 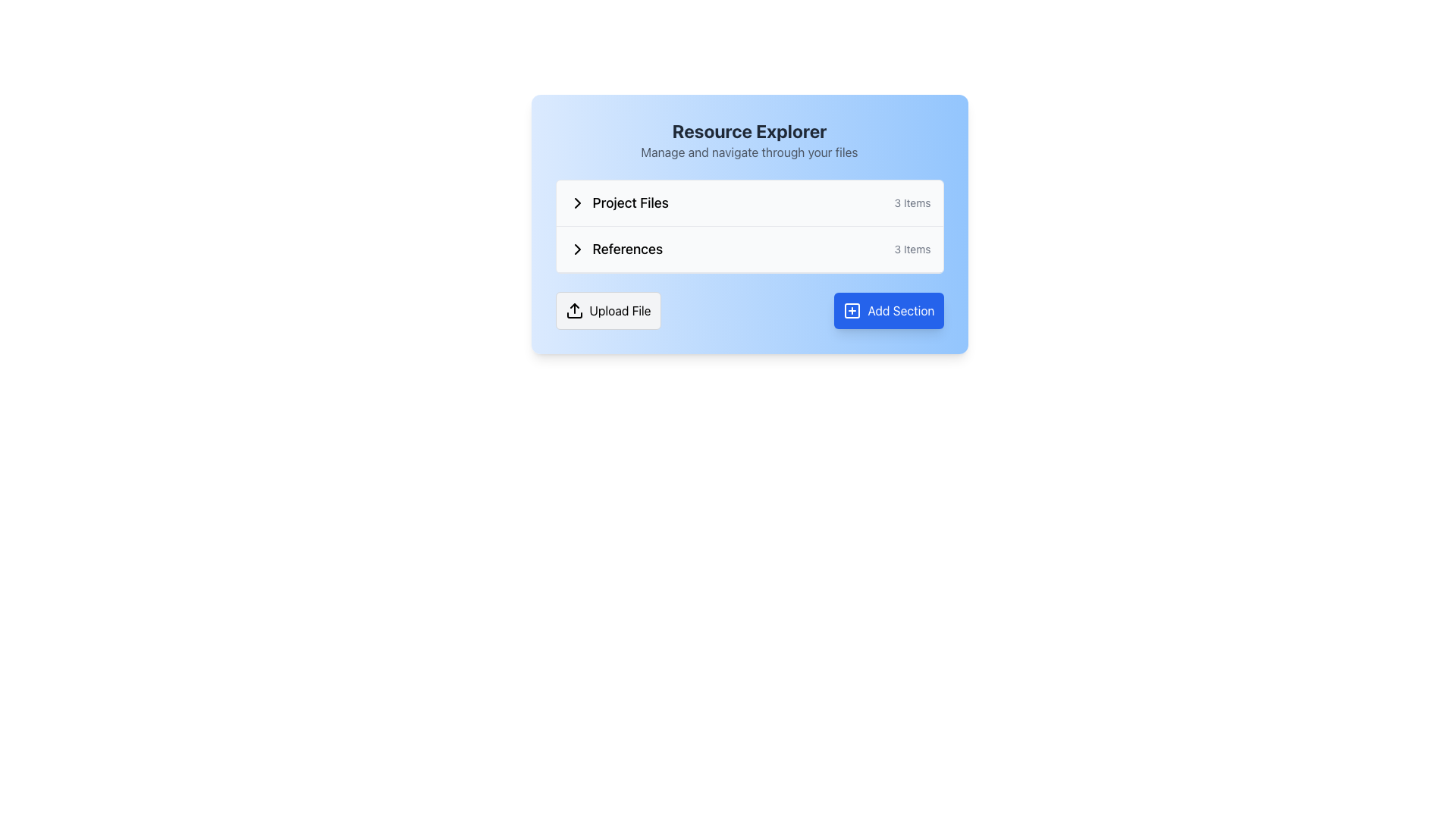 I want to click on the chevron icon located to the left of 'Project Files', so click(x=576, y=202).